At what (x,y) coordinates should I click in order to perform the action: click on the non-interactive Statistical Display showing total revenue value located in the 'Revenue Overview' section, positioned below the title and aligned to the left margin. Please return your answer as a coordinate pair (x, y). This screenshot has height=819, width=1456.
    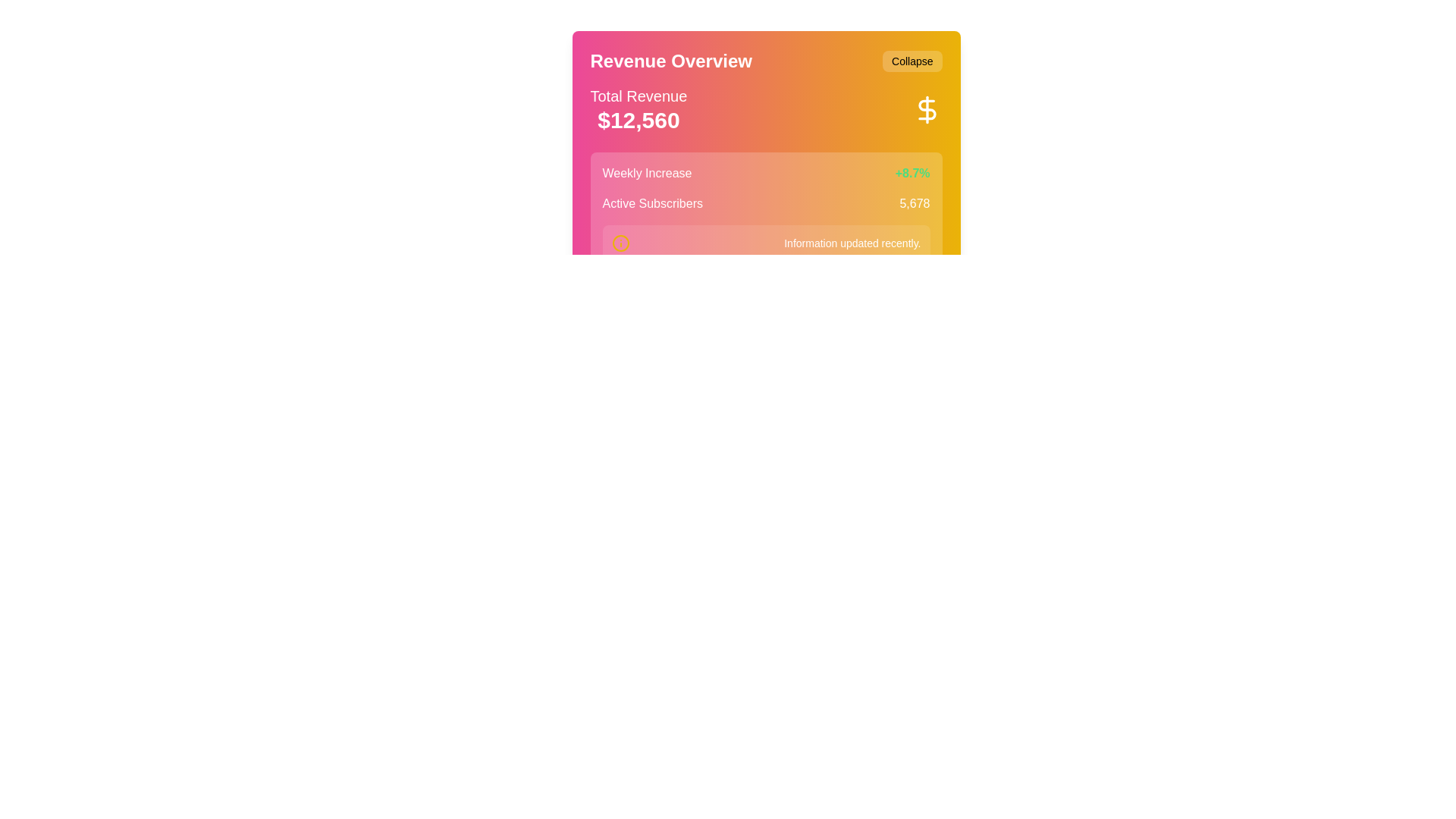
    Looking at the image, I should click on (639, 109).